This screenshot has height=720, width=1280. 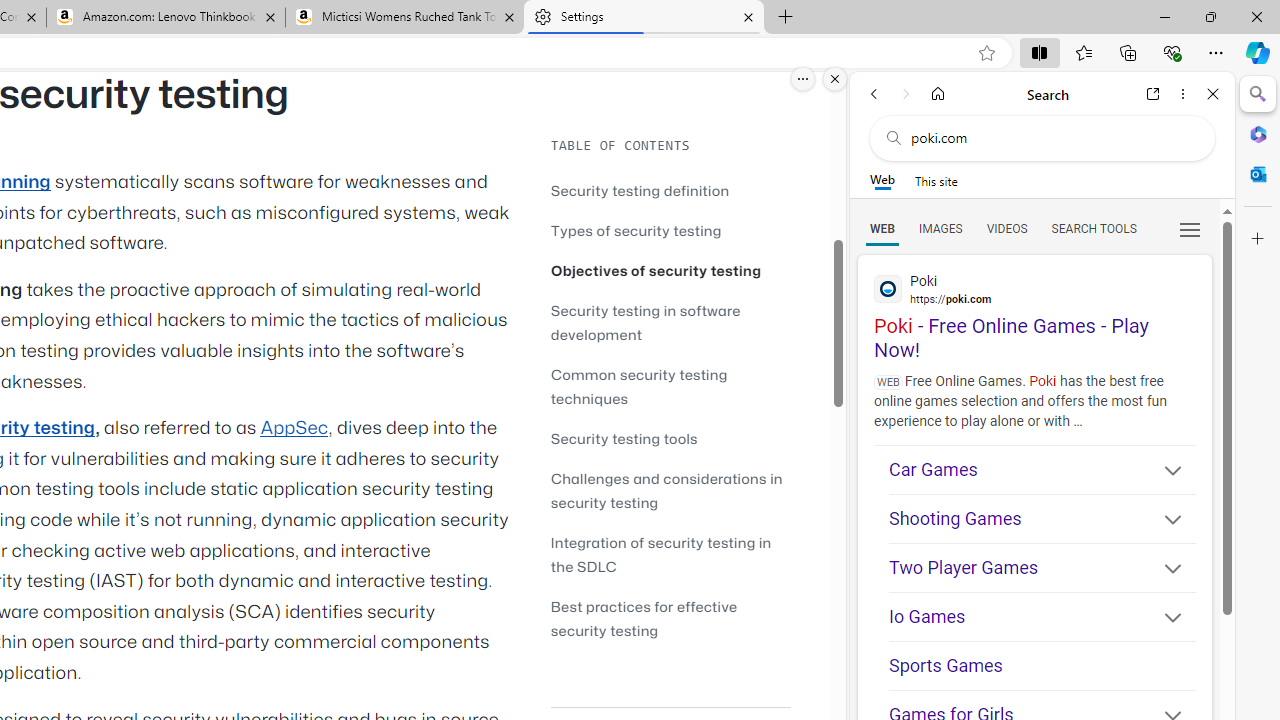 What do you see at coordinates (670, 229) in the screenshot?
I see `'Types of security testing'` at bounding box center [670, 229].